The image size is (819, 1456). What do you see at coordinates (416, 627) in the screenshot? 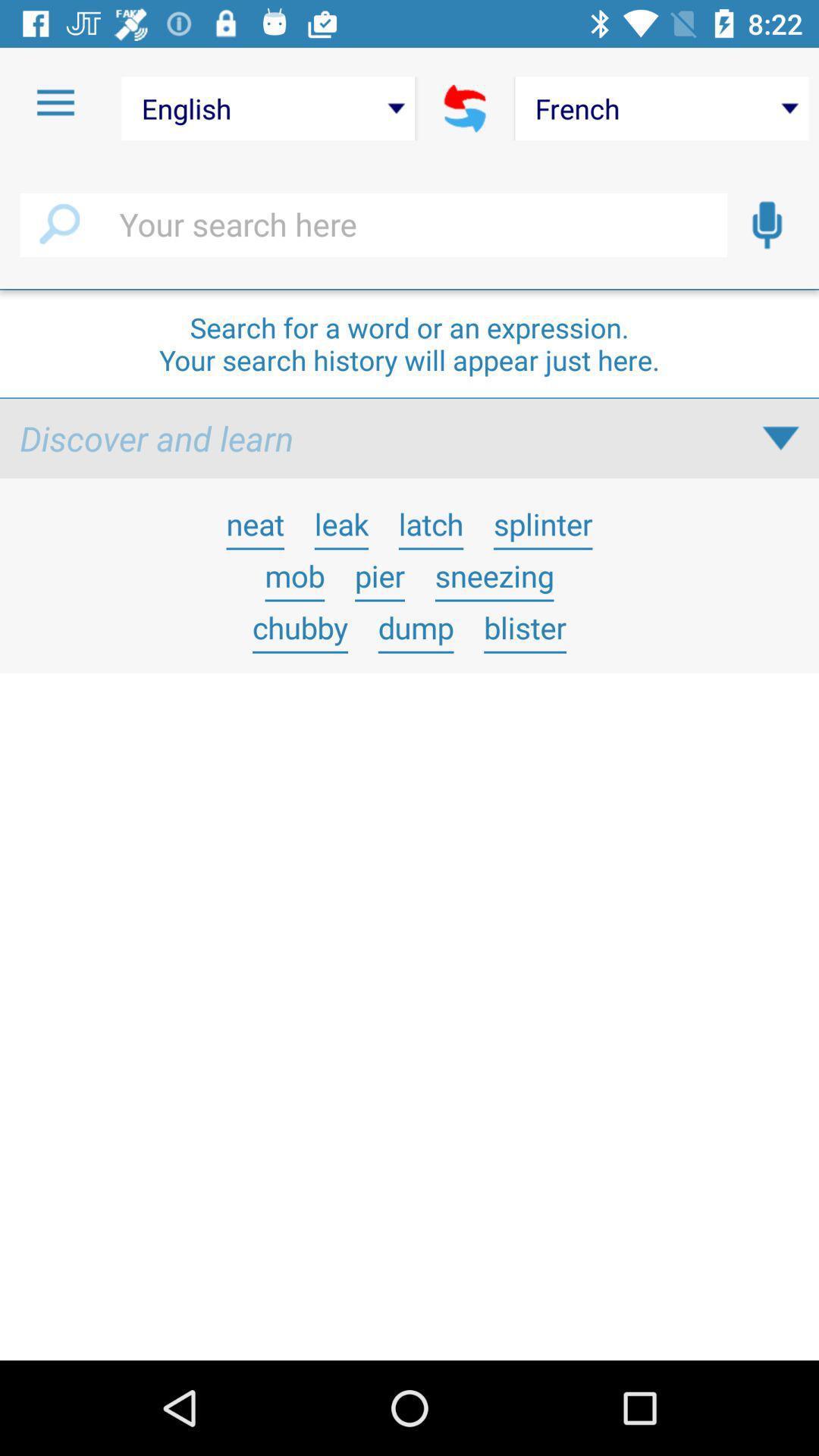
I see `item to the right of the chubby icon` at bounding box center [416, 627].